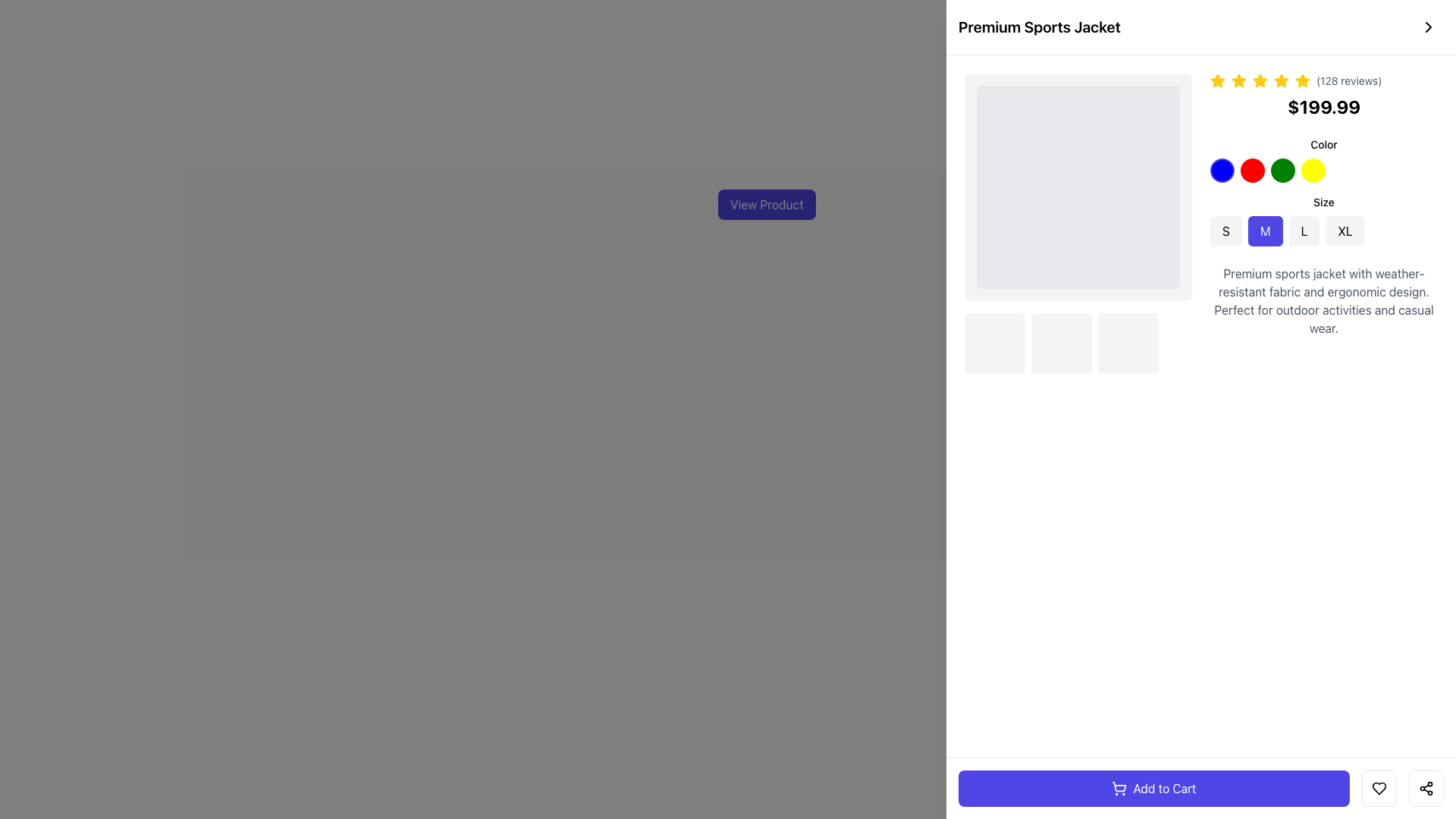  I want to click on the fourth yellow star icon in the rating system, so click(1302, 80).